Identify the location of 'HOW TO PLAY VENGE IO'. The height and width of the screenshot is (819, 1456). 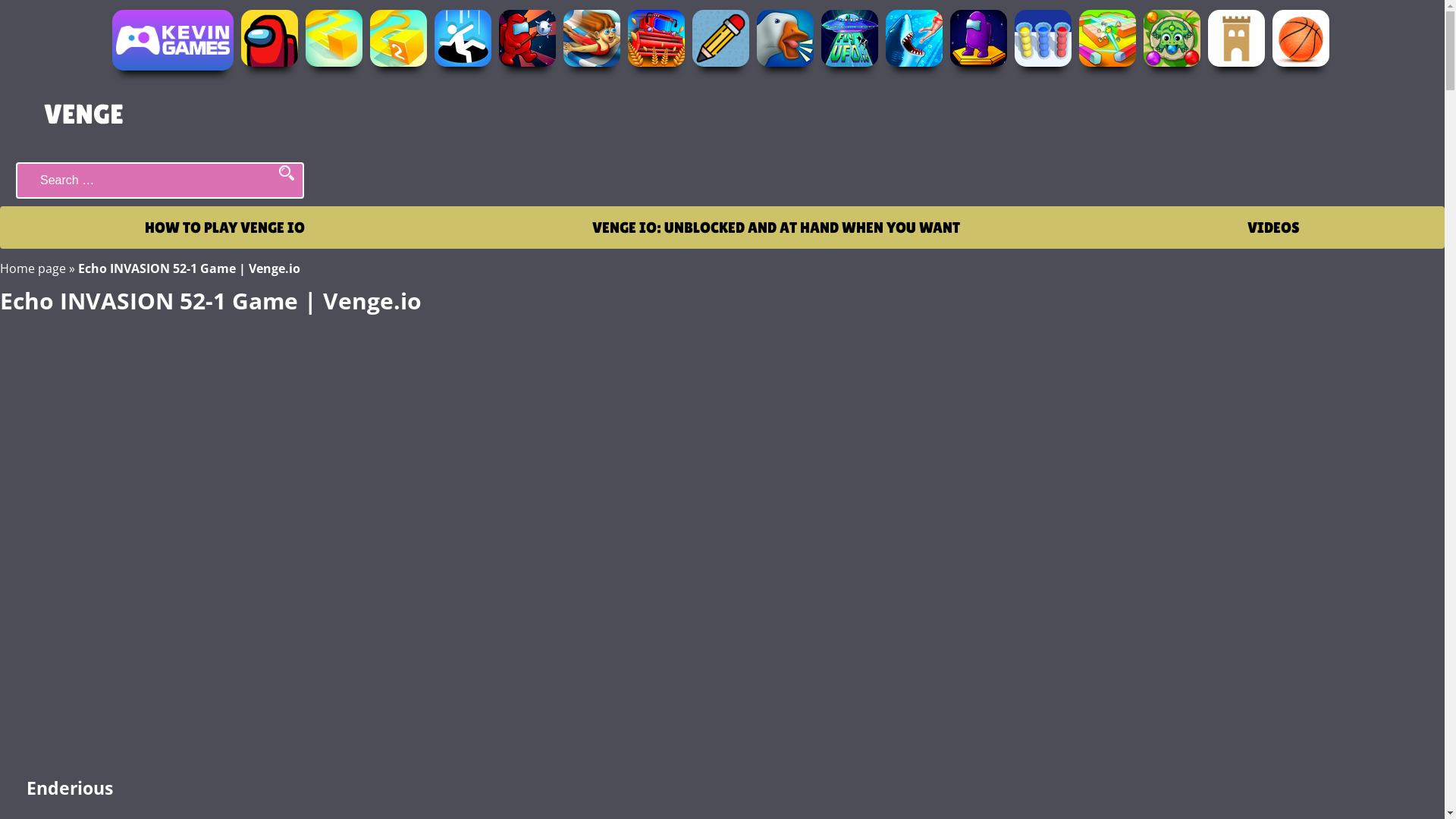
(224, 227).